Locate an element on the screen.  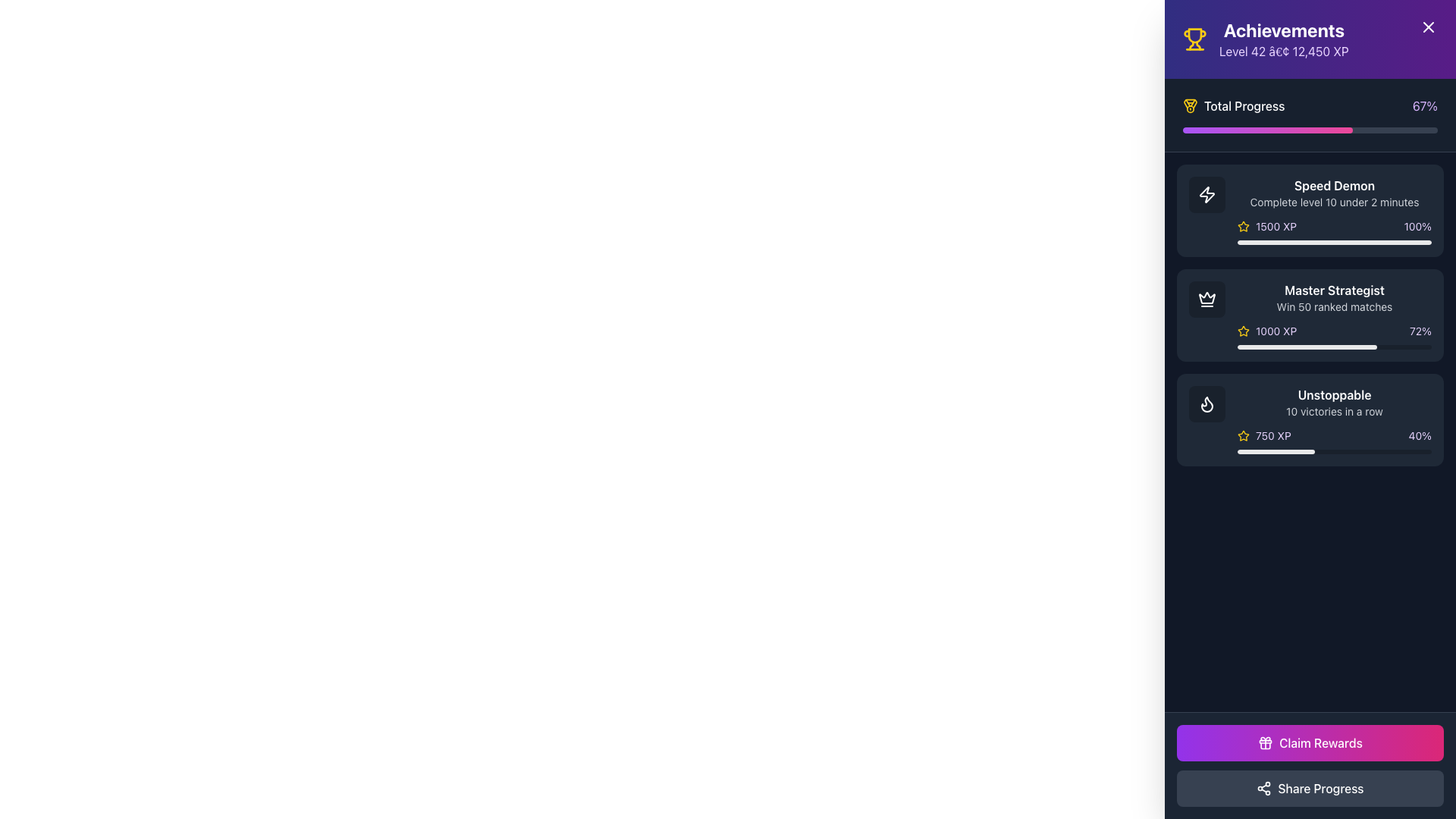
the Decorative label with a gold medal-shaped icon and the text 'Total Progress', located under the 'Achievements' header in the sidebar is located at coordinates (1234, 105).